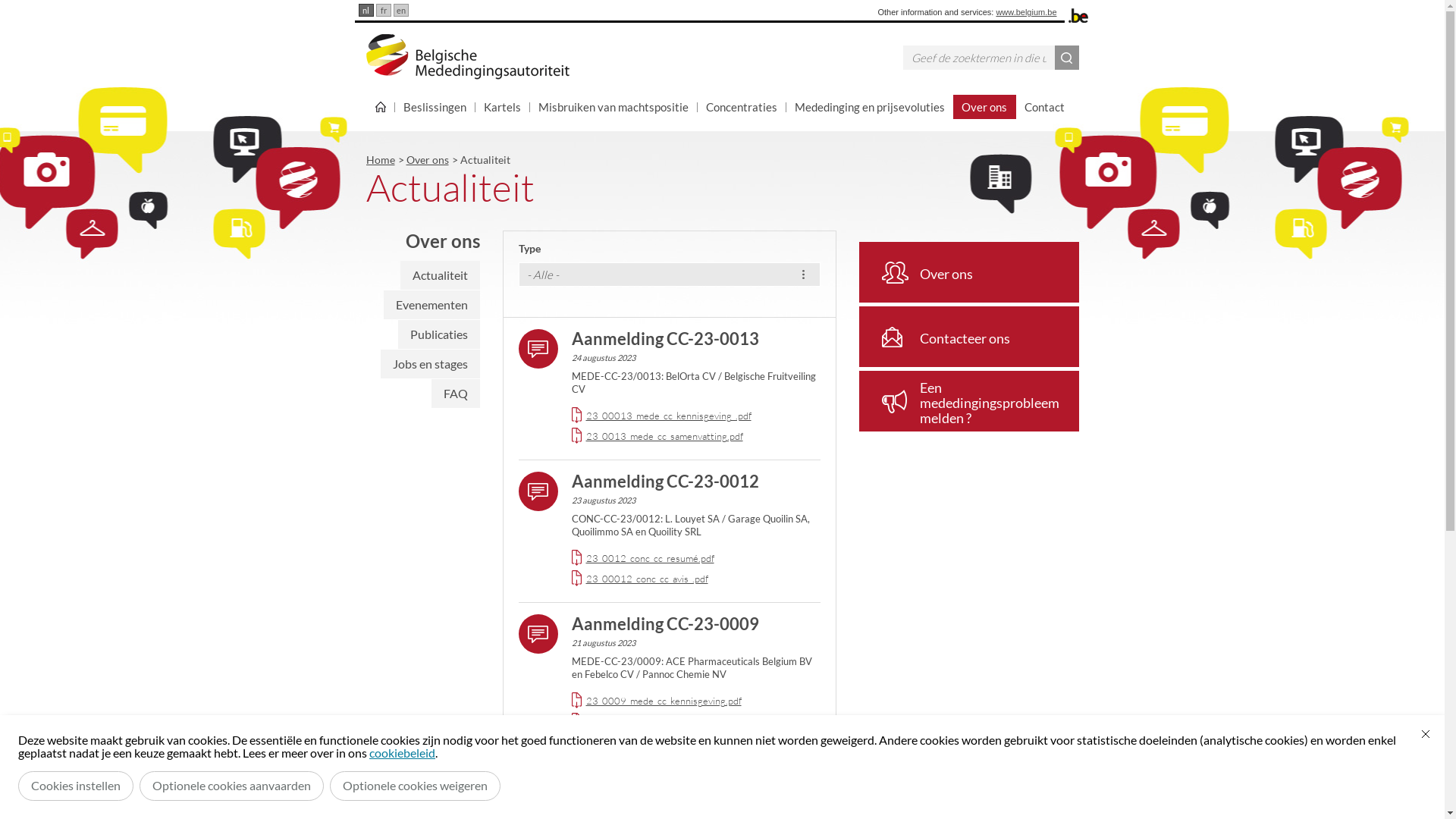 The width and height of the screenshot is (1456, 819). Describe the element at coordinates (1026, 11) in the screenshot. I see `'www.belgium.be'` at that location.